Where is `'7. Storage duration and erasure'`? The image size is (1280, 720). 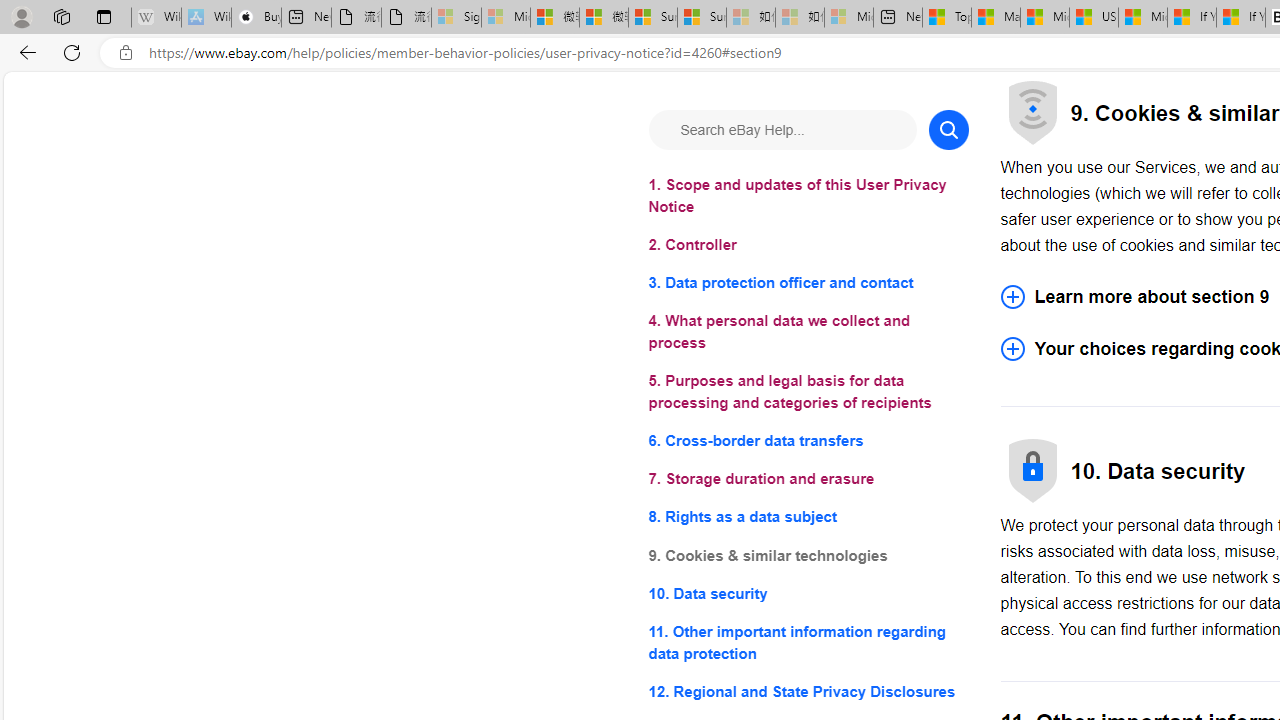
'7. Storage duration and erasure' is located at coordinates (808, 479).